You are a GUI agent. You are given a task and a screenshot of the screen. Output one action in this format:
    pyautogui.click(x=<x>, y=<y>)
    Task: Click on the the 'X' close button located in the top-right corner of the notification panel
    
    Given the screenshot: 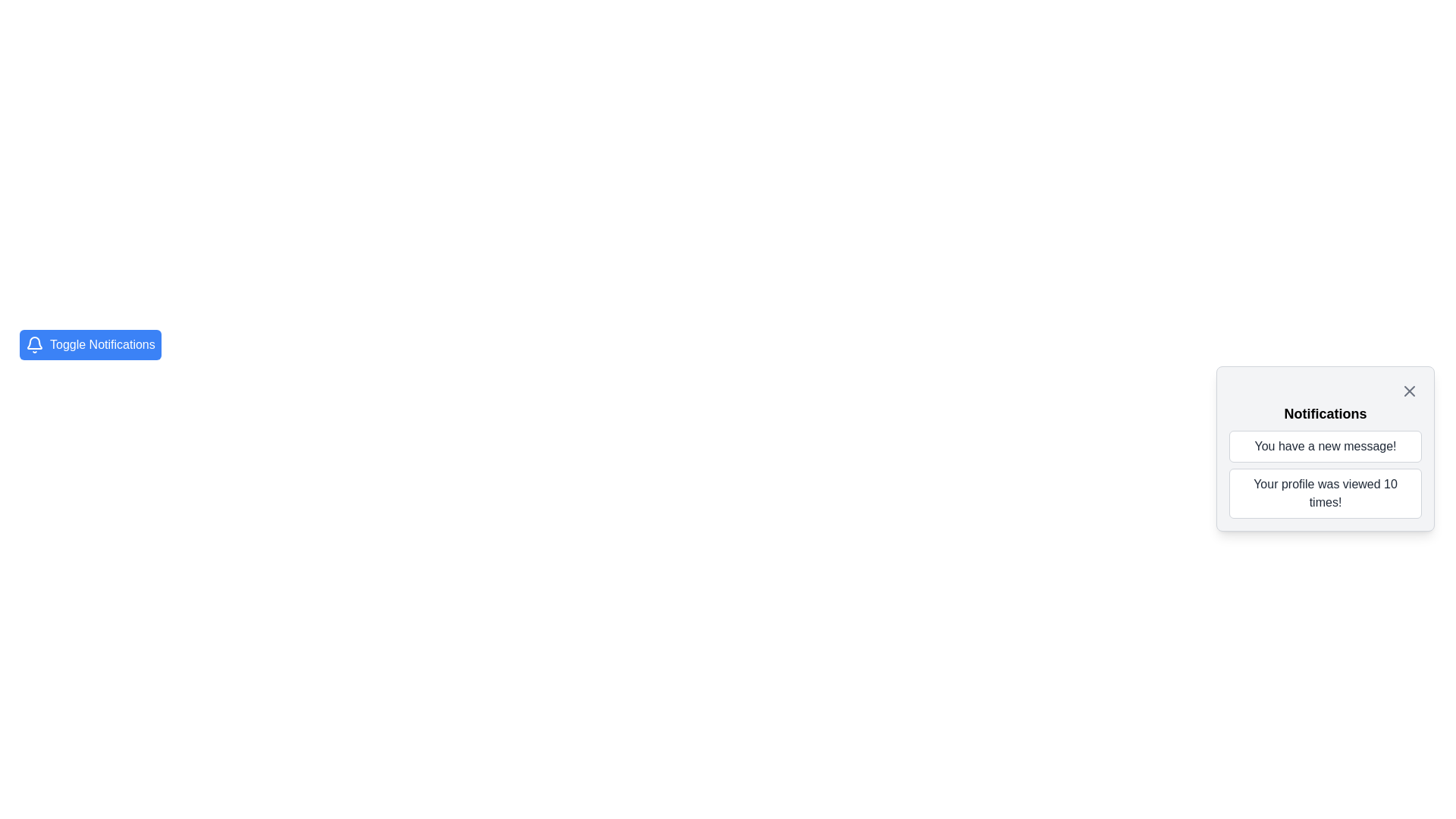 What is the action you would take?
    pyautogui.click(x=1408, y=391)
    